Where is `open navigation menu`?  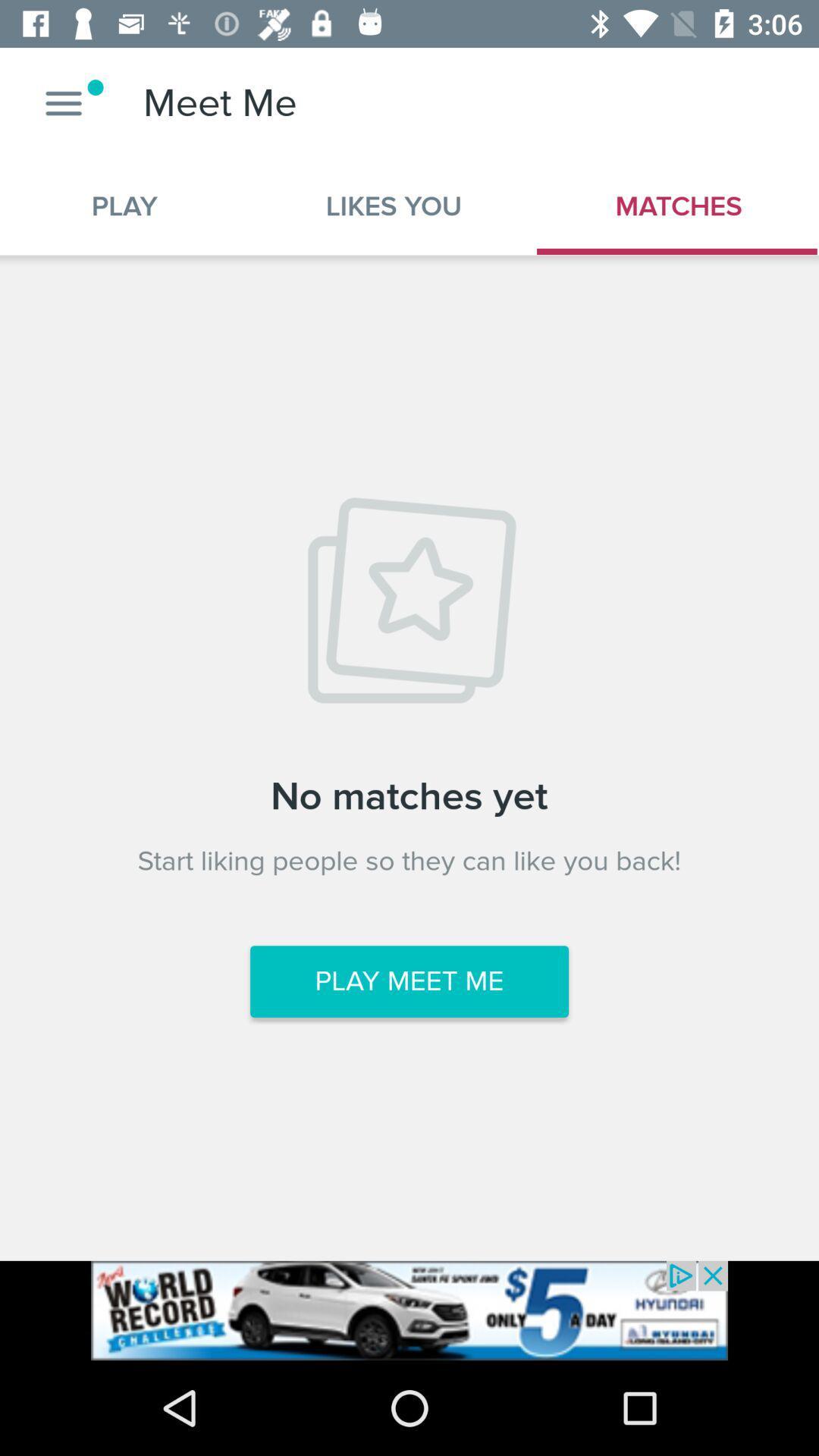 open navigation menu is located at coordinates (63, 102).